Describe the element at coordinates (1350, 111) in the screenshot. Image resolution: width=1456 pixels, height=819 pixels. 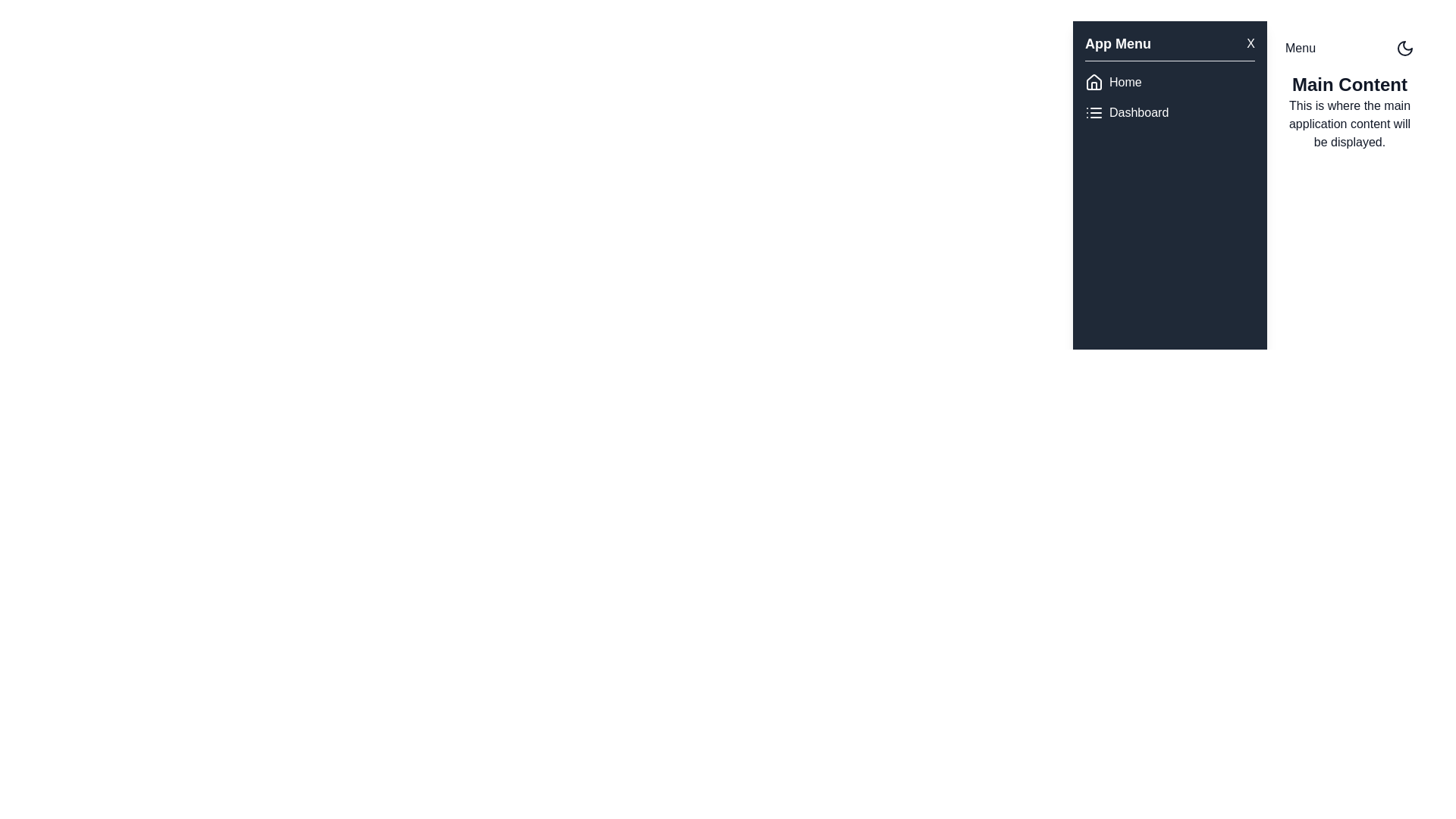
I see `informational text block titled 'Main Content' that explains 'This is where the main application content will be displayed.'` at that location.